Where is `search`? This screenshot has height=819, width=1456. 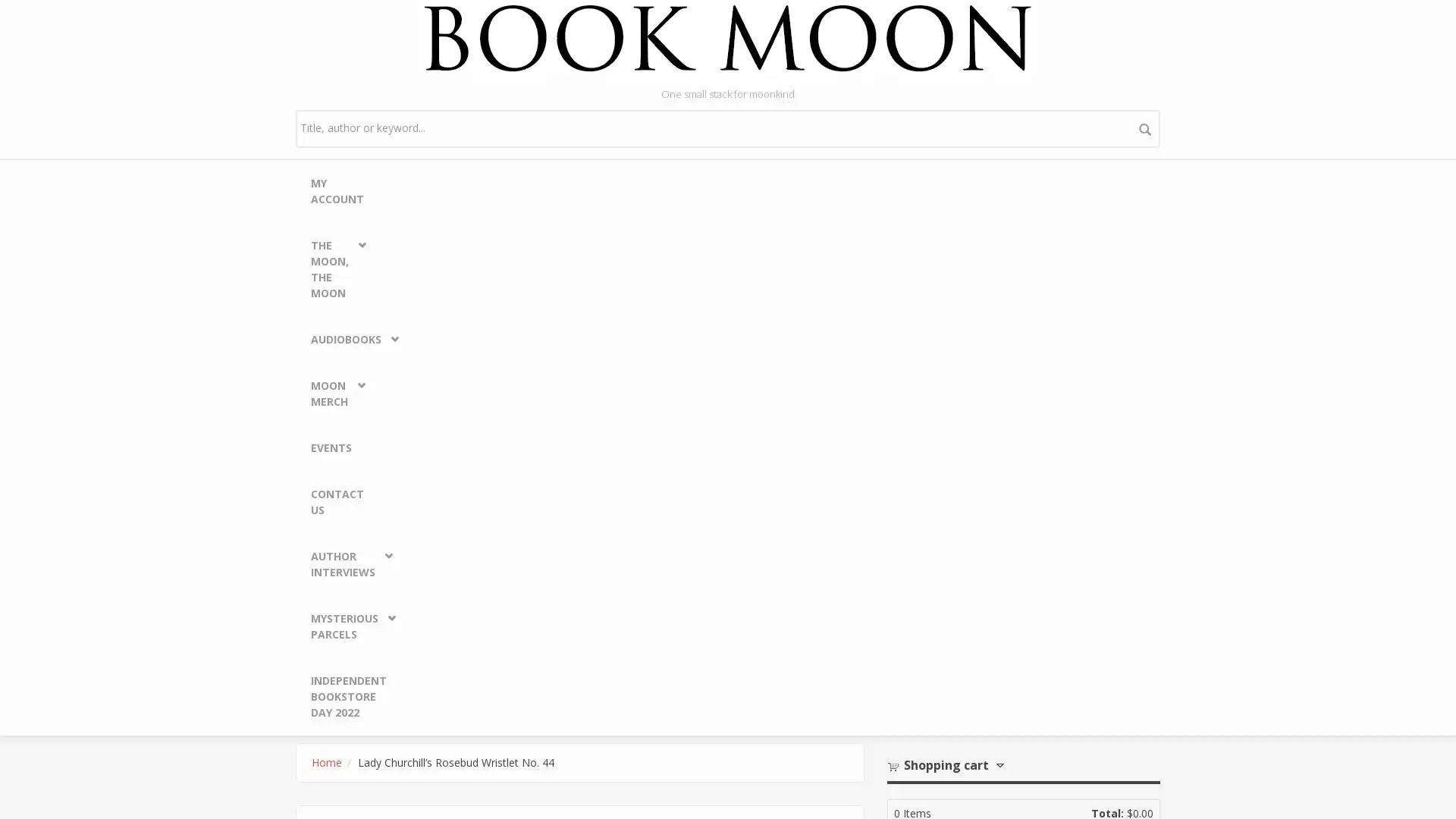 search is located at coordinates (1145, 127).